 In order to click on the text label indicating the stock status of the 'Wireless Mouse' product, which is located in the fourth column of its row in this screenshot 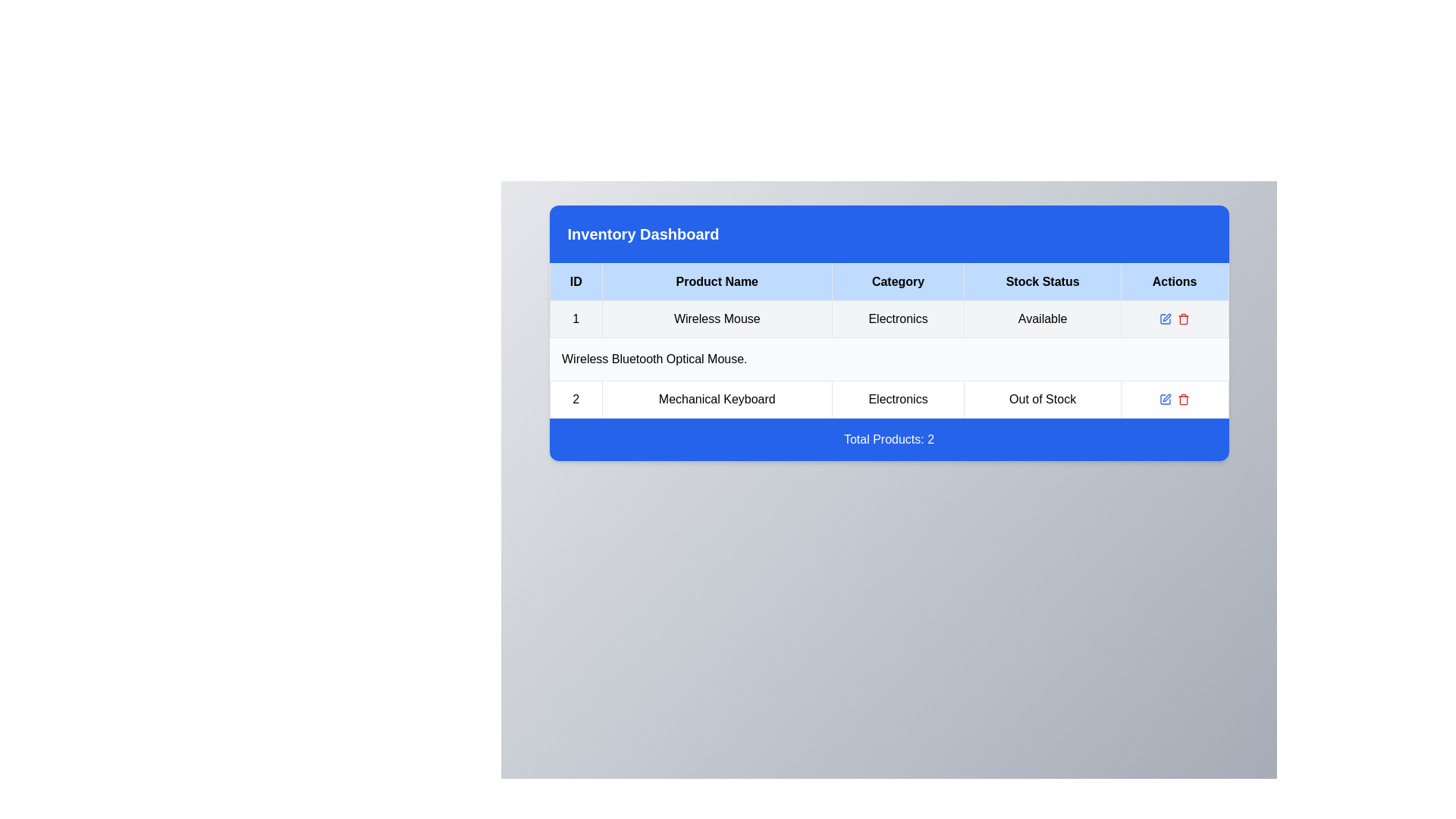, I will do `click(1042, 318)`.